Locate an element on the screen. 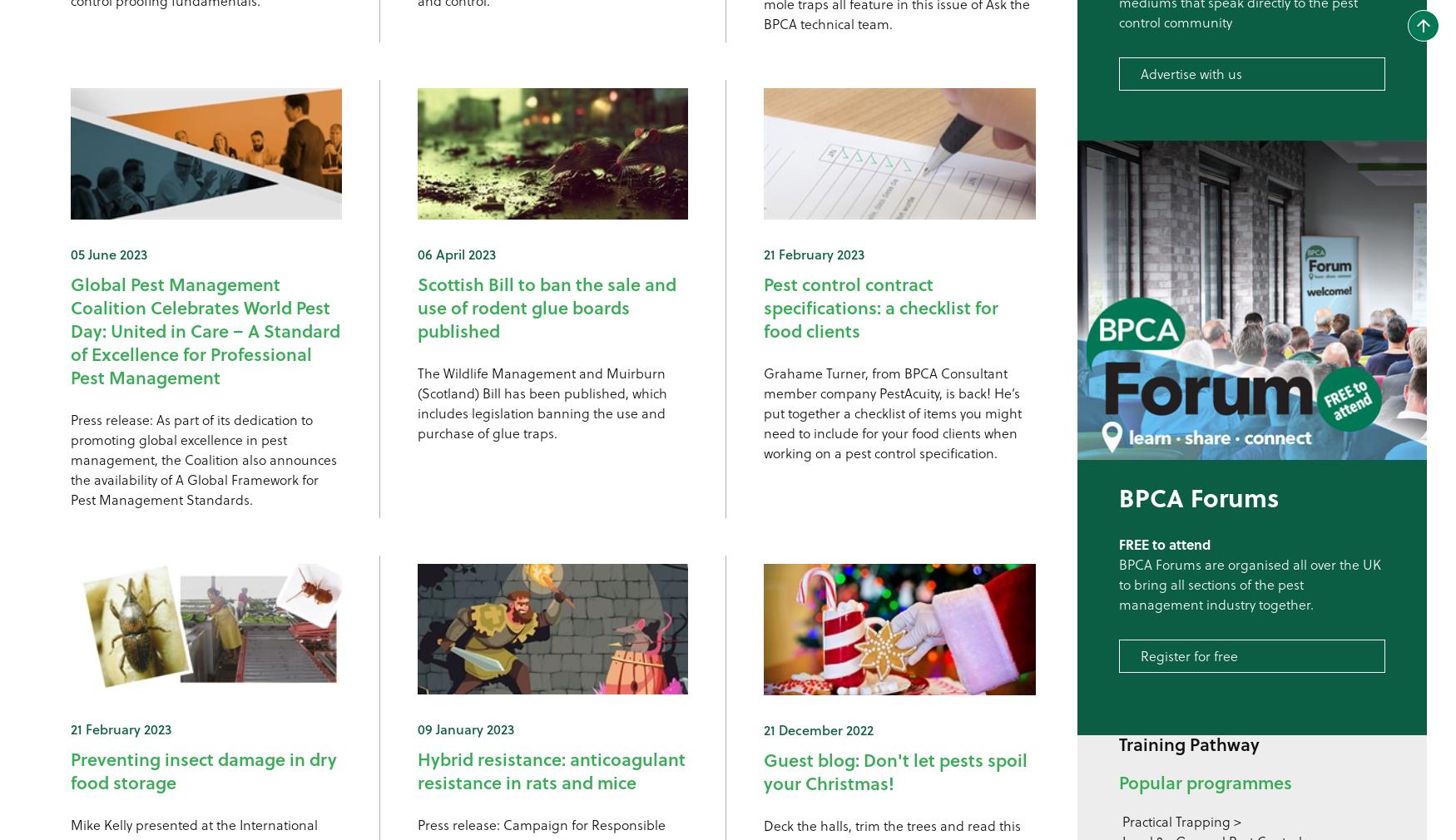 Image resolution: width=1456 pixels, height=840 pixels. 'Guest blog: Don't let pests spoil your Christmas!' is located at coordinates (895, 770).